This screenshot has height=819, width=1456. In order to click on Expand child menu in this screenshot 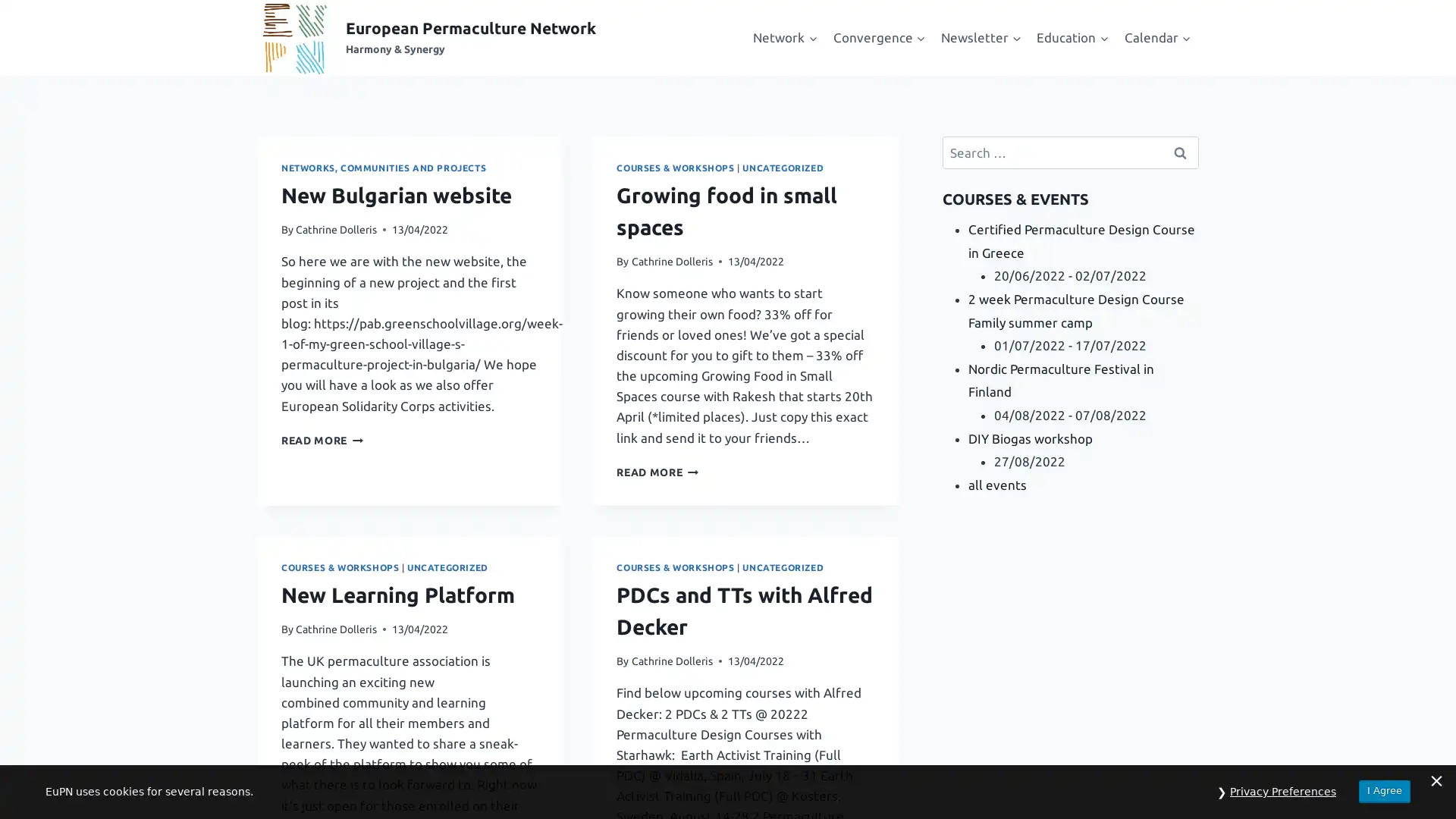, I will do `click(878, 36)`.